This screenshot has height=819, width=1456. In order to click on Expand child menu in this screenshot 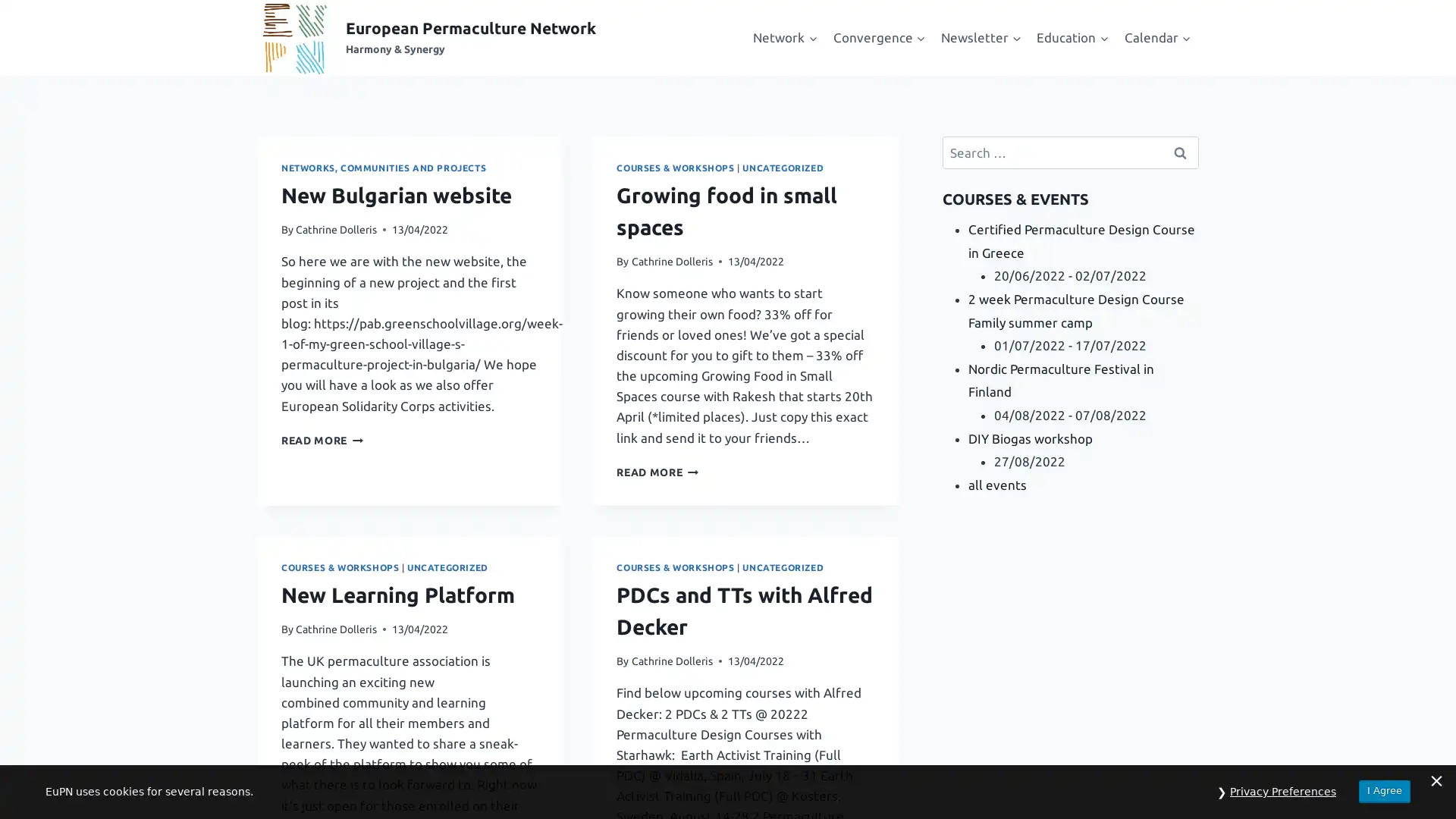, I will do `click(878, 36)`.